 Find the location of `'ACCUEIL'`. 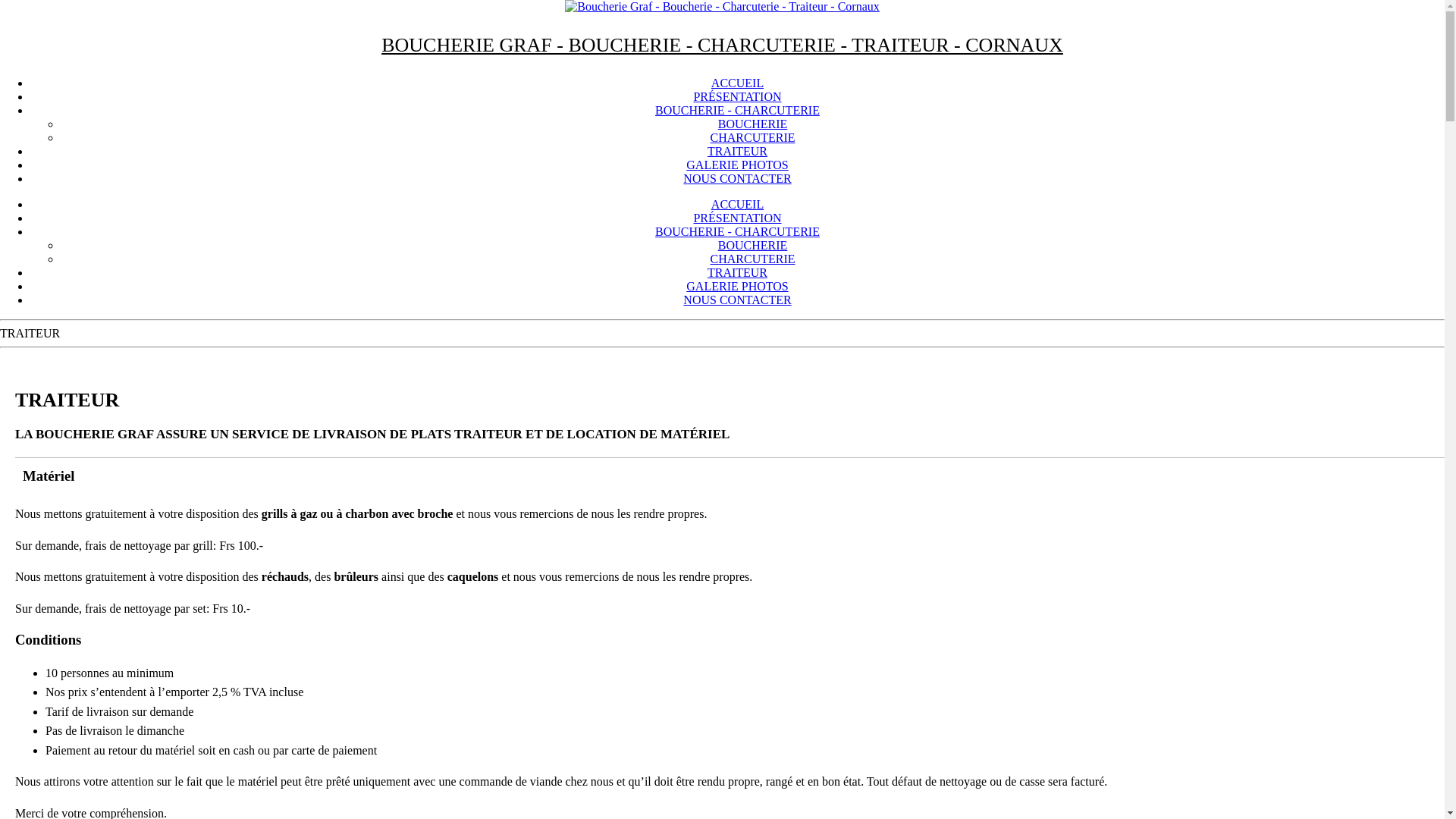

'ACCUEIL' is located at coordinates (737, 203).